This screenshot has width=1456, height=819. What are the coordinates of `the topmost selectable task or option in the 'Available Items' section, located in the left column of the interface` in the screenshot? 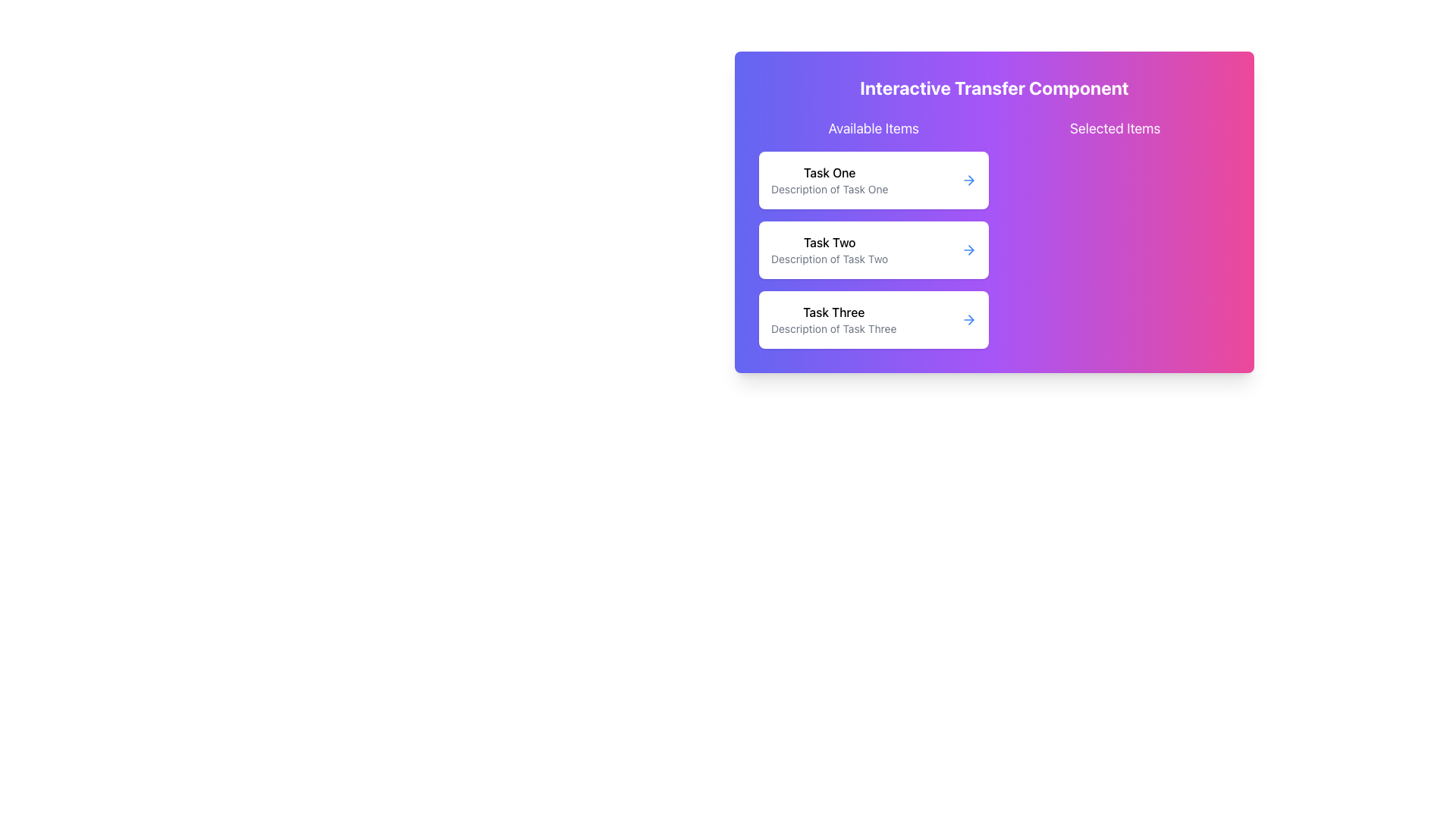 It's located at (829, 180).